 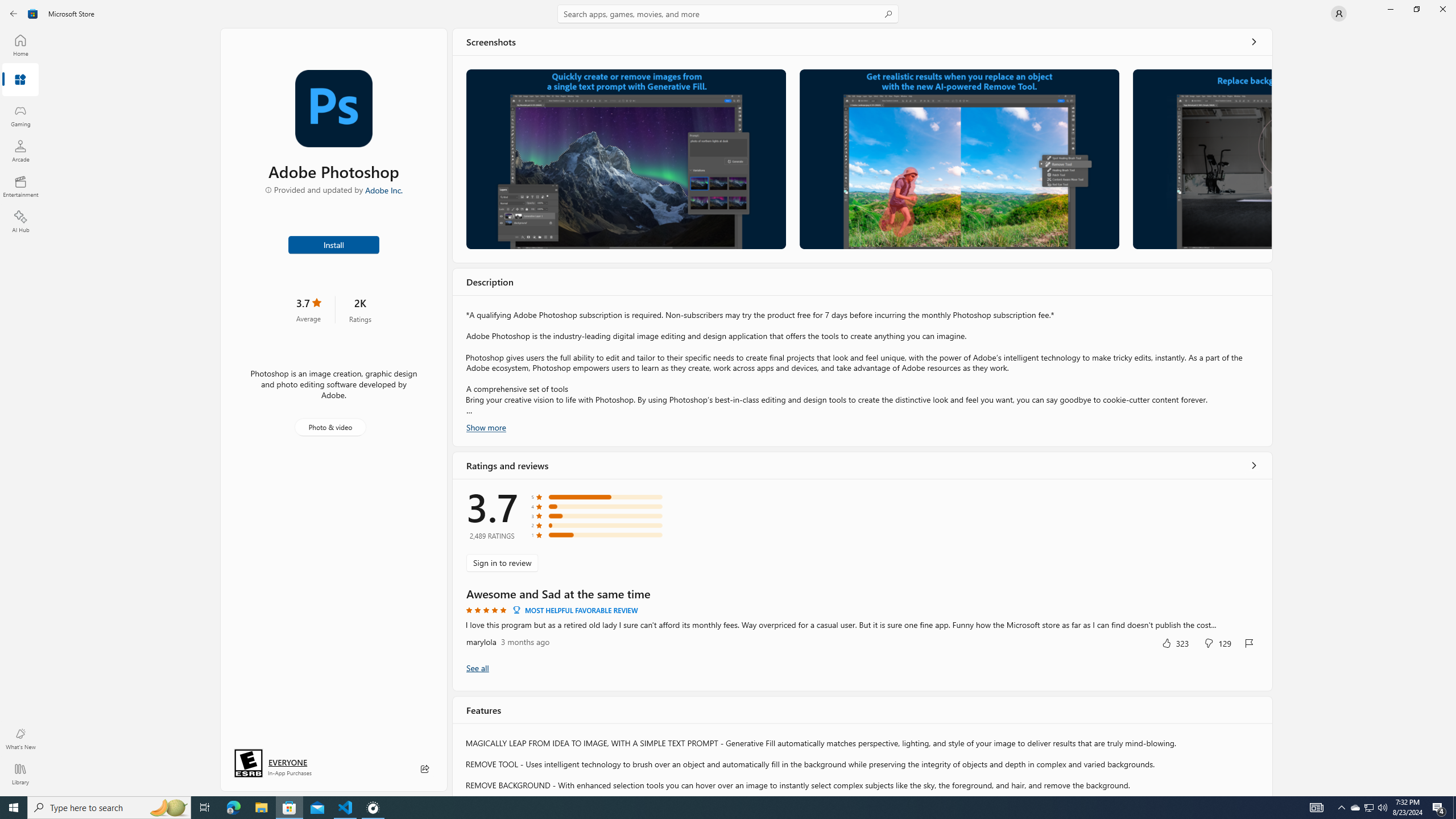 I want to click on 'Report review', so click(x=1249, y=643).